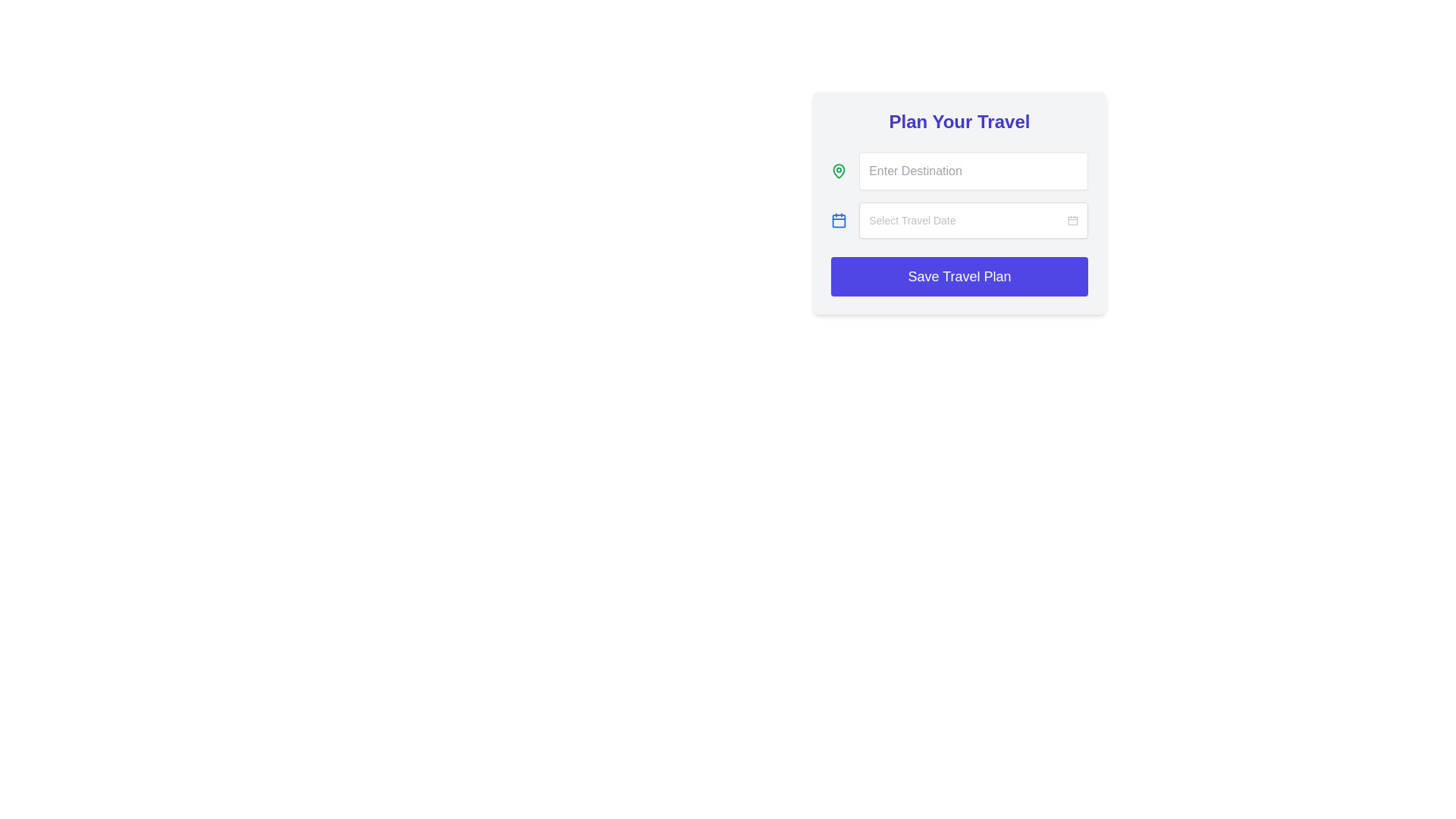 The height and width of the screenshot is (819, 1456). What do you see at coordinates (1072, 220) in the screenshot?
I see `the calendar icon, which is a small blue square calendar with a red-highlighted day, located to the left of the 'Select Travel Date' text field` at bounding box center [1072, 220].